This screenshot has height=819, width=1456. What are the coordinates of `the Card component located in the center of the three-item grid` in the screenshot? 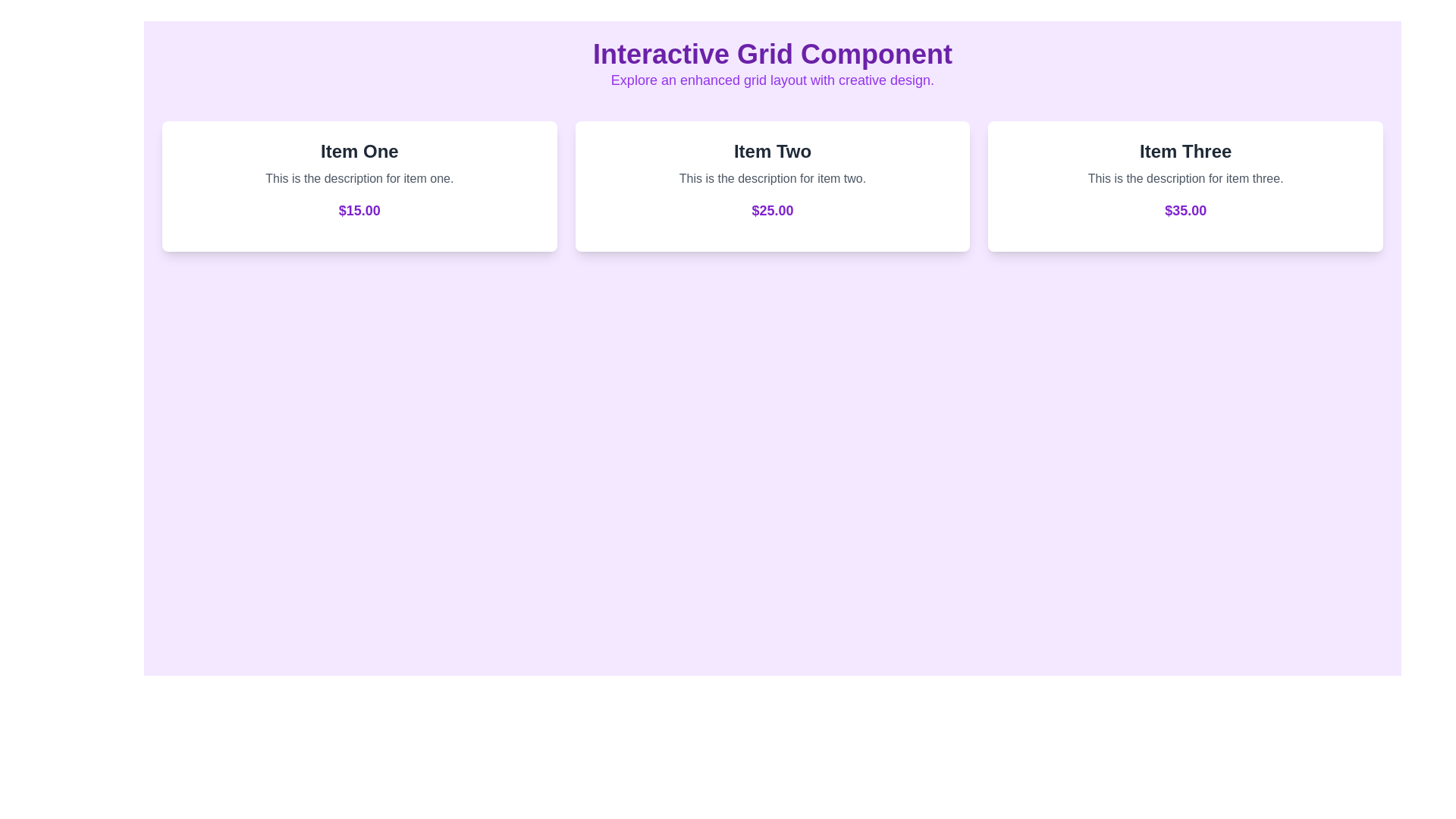 It's located at (772, 186).